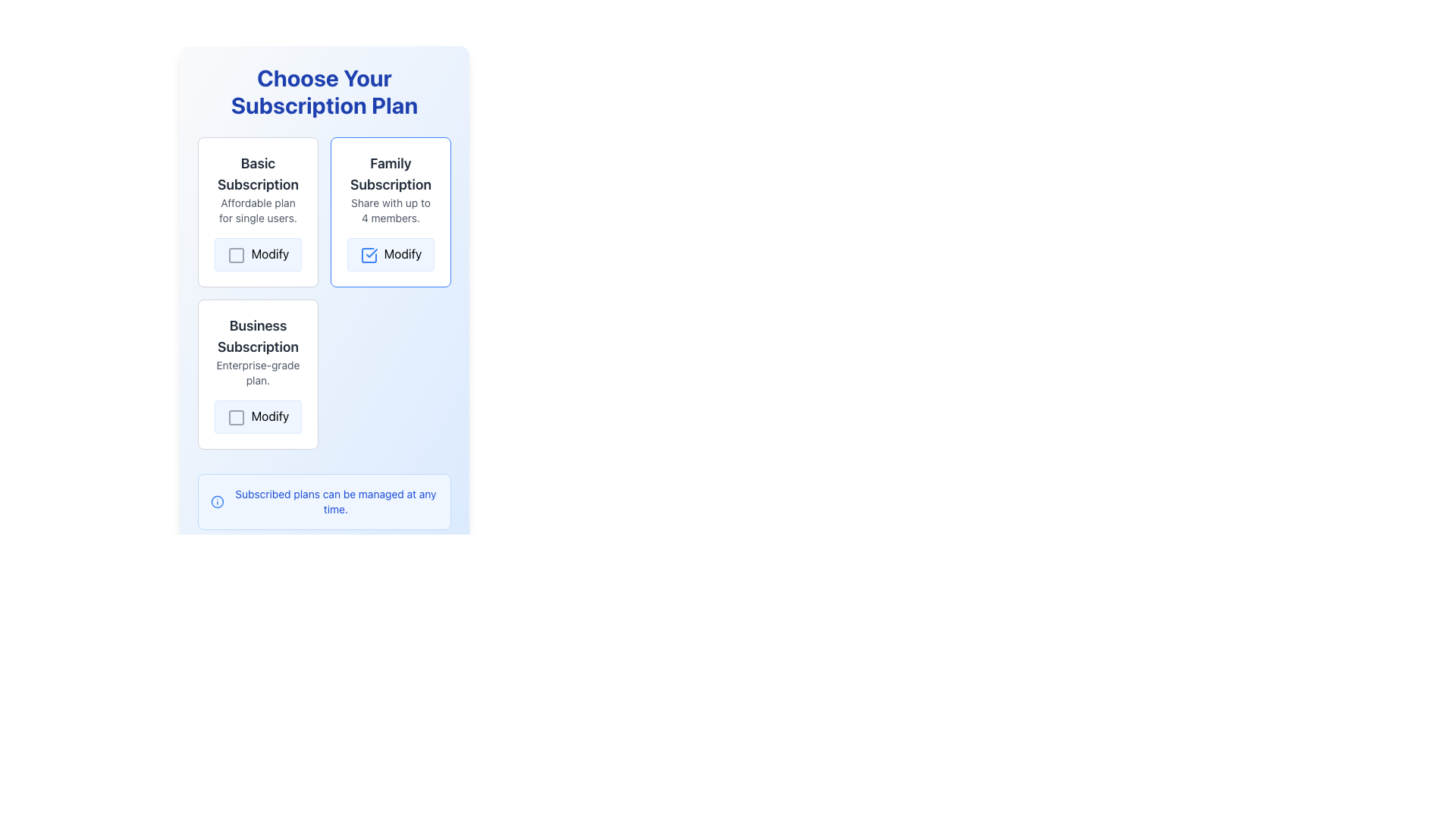  I want to click on the Text Label that provides information related to the 'Family Subscription' option, located below the header 'Family Subscription' and above the 'Modify' button, so click(391, 210).